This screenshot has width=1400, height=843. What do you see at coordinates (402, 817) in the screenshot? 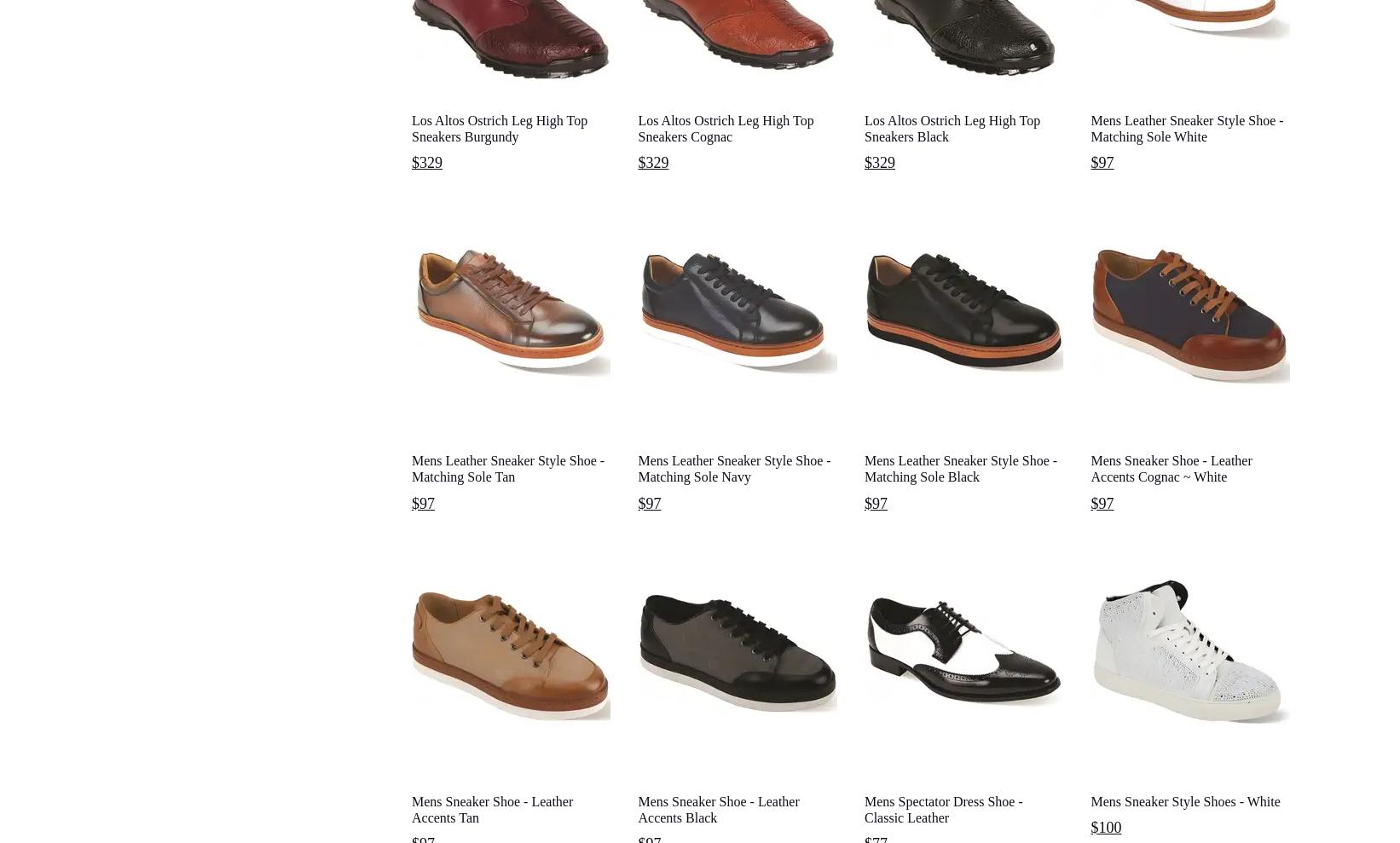
I see `'Mens Loafers'` at bounding box center [402, 817].